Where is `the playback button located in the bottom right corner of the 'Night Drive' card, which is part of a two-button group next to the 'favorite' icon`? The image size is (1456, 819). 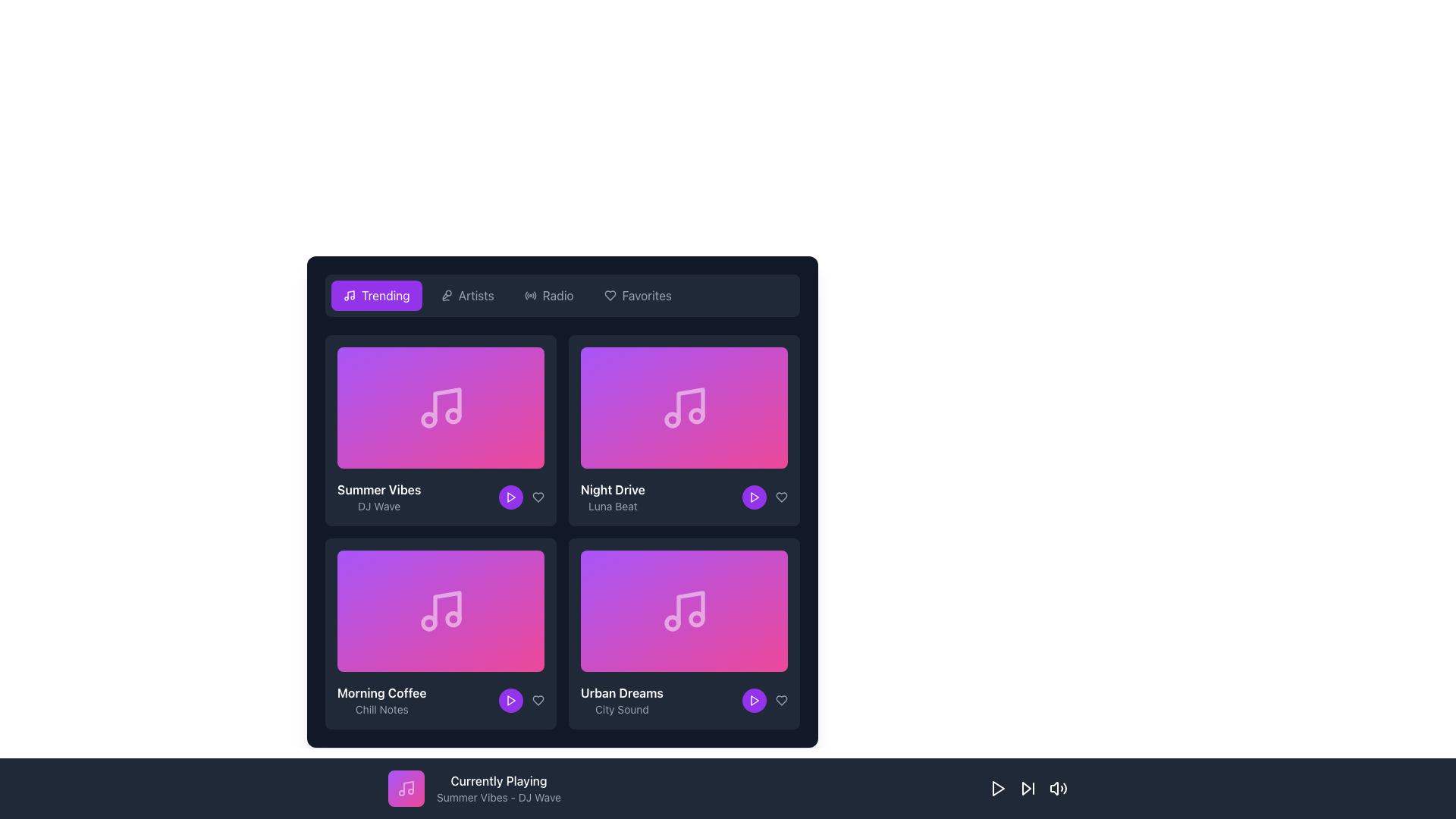
the playback button located in the bottom right corner of the 'Night Drive' card, which is part of a two-button group next to the 'favorite' icon is located at coordinates (755, 497).